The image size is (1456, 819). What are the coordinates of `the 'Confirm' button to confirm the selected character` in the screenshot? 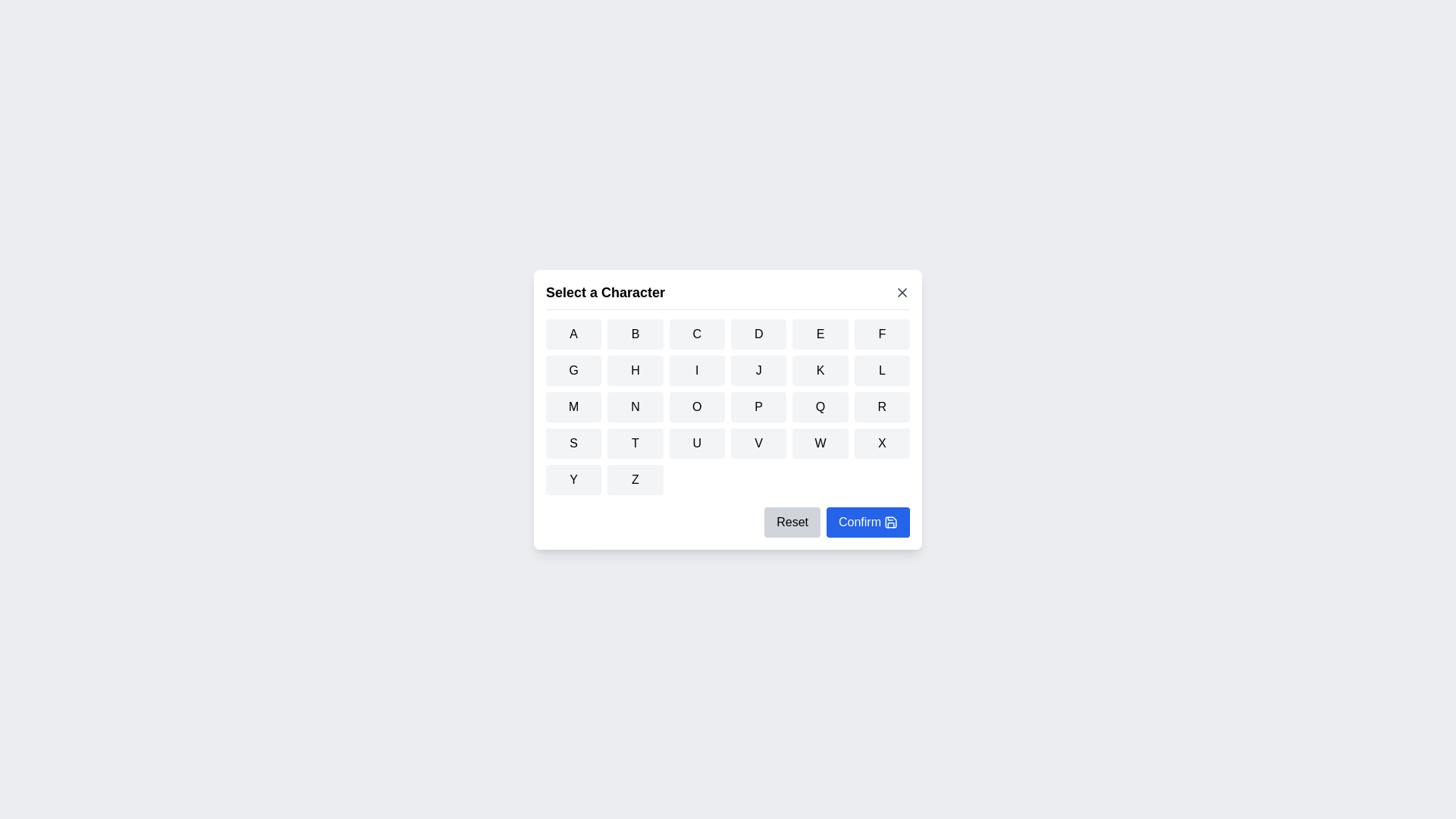 It's located at (868, 521).